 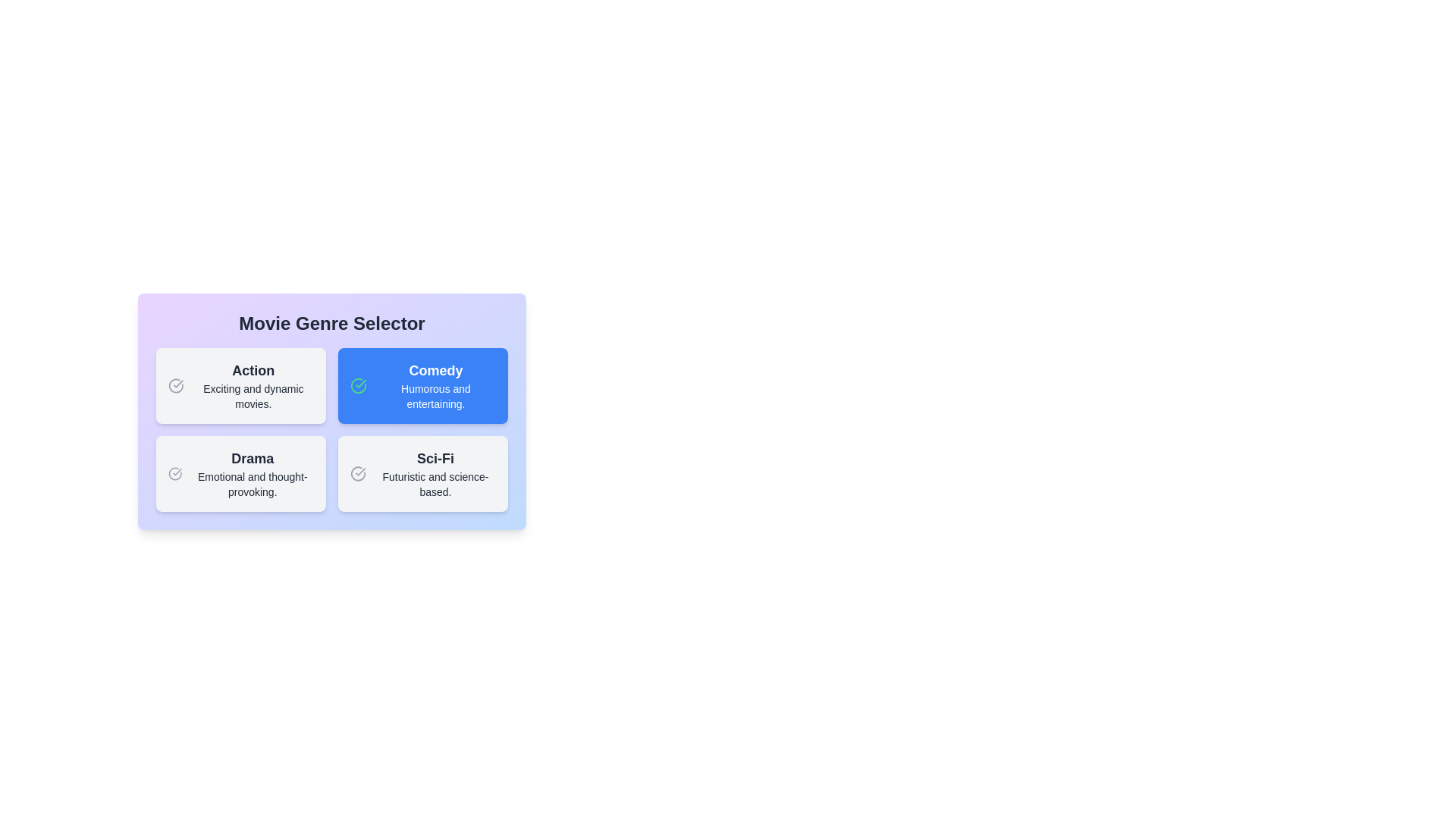 What do you see at coordinates (422, 385) in the screenshot?
I see `the description of the genre Comedy and read its text` at bounding box center [422, 385].